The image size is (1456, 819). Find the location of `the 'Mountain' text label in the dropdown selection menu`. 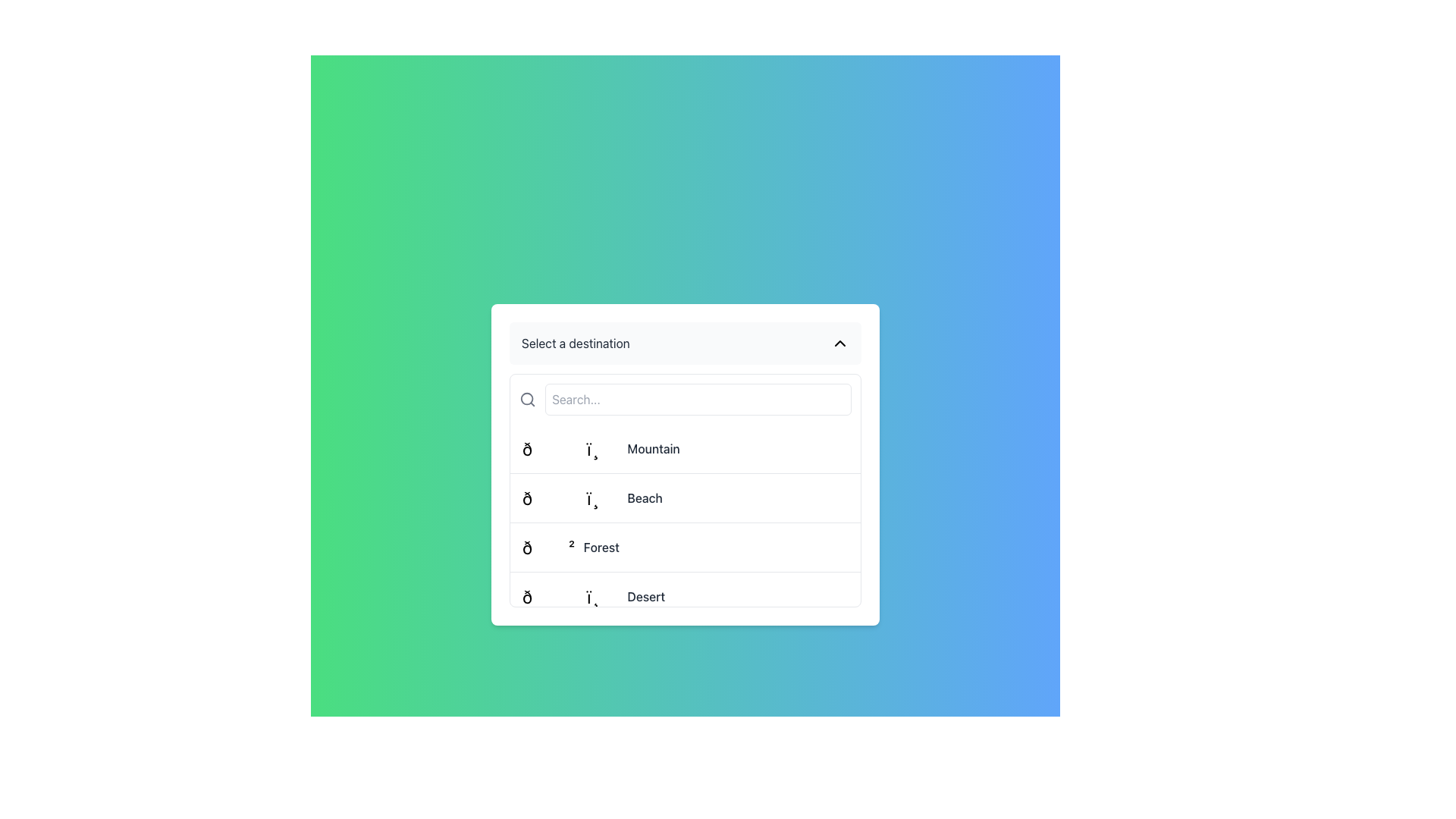

the 'Mountain' text label in the dropdown selection menu is located at coordinates (654, 447).